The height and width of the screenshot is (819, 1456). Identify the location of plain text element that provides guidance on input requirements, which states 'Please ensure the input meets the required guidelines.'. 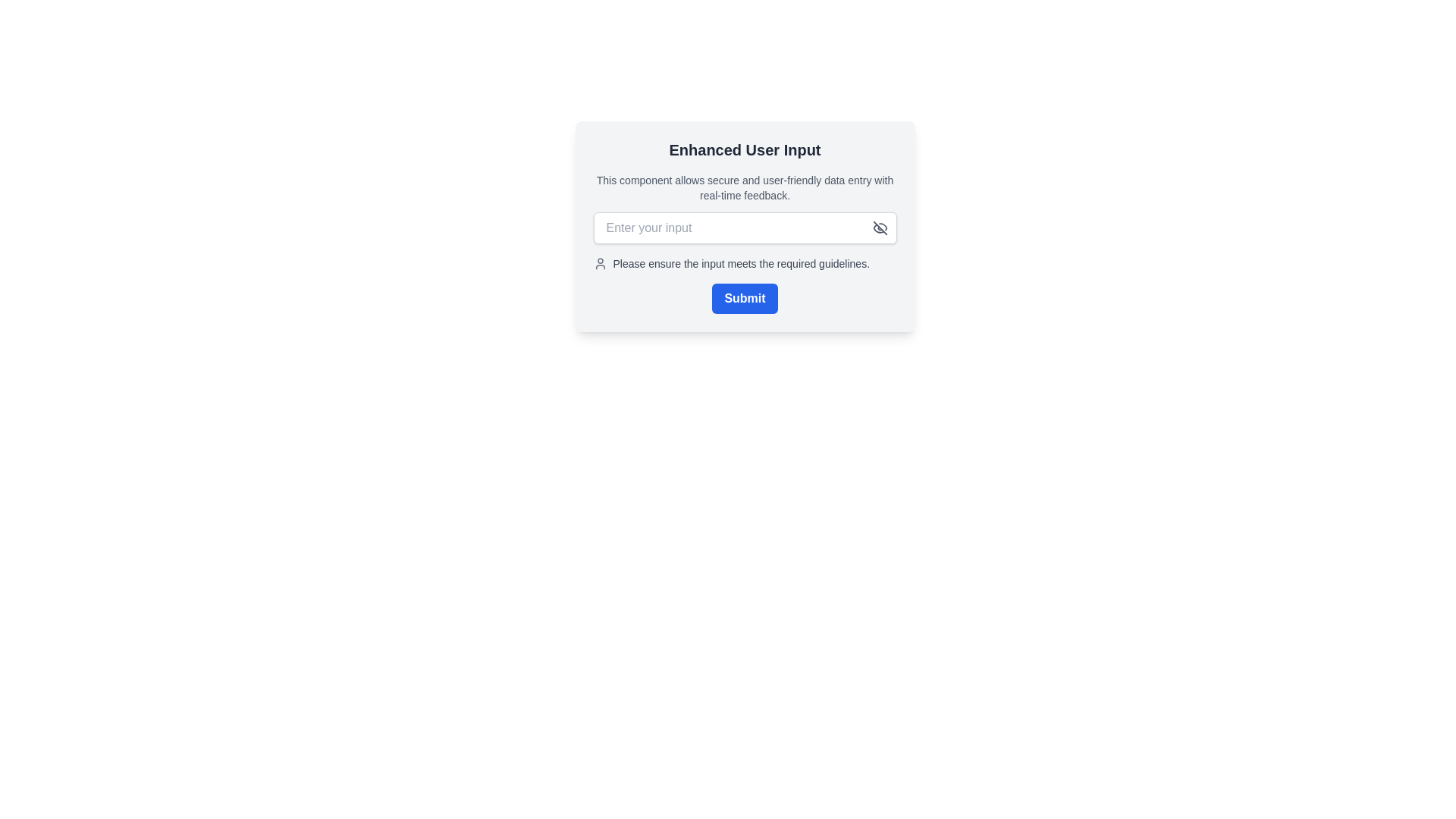
(741, 262).